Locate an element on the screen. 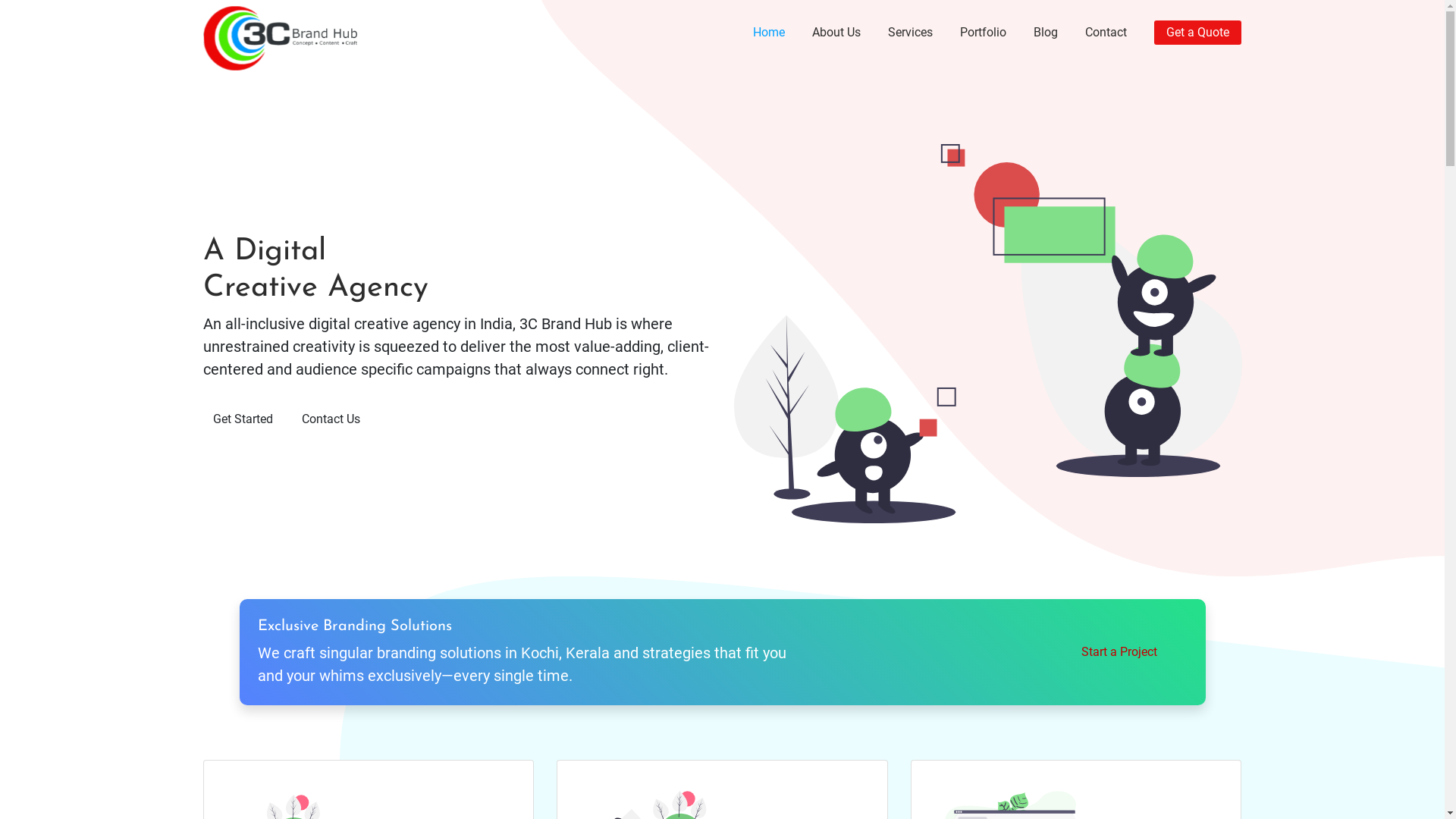 The image size is (1456, 819). 'Get a Quote' is located at coordinates (1153, 32).